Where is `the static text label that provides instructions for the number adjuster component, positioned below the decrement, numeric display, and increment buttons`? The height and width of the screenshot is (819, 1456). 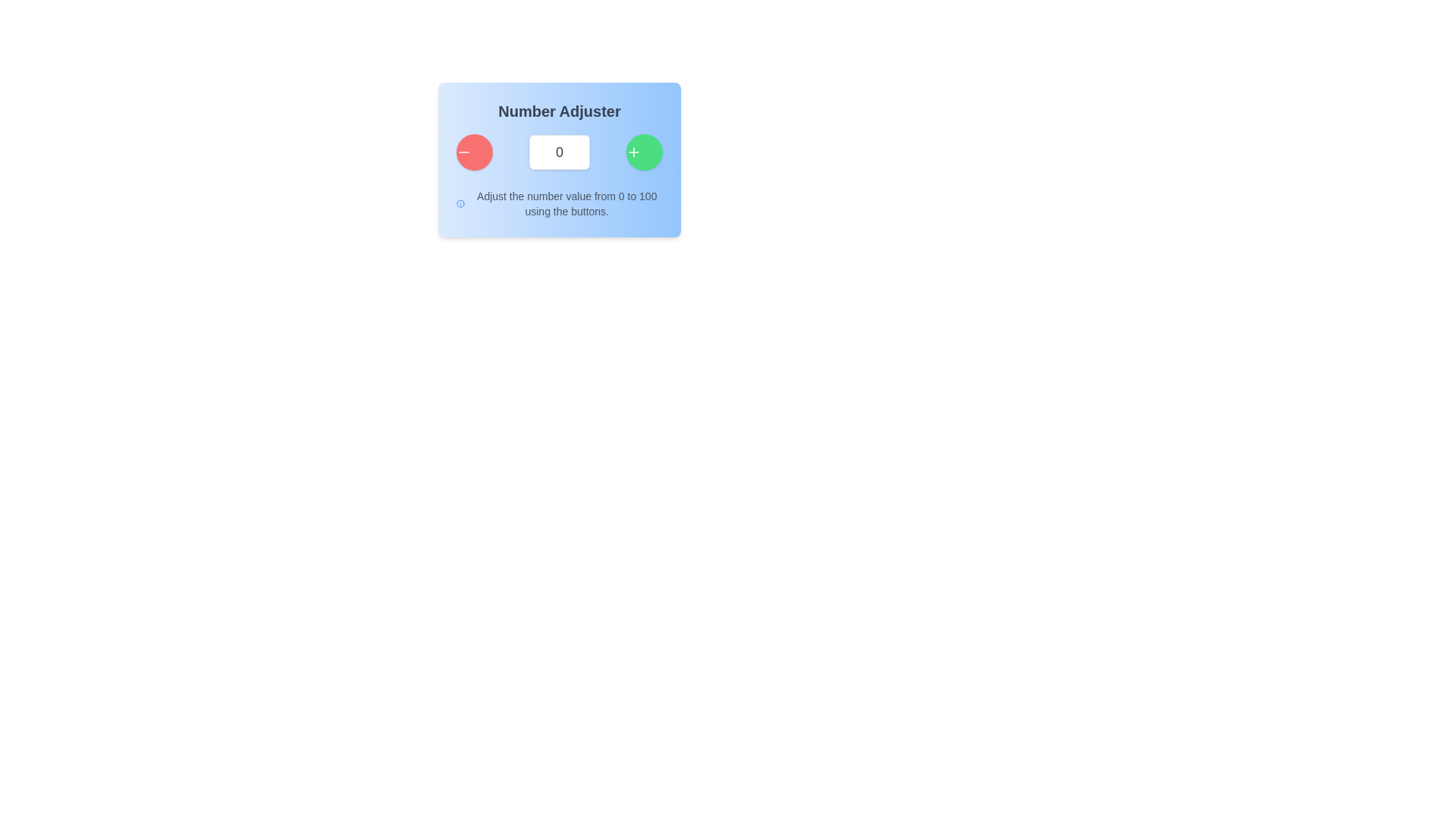
the static text label that provides instructions for the number adjuster component, positioned below the decrement, numeric display, and increment buttons is located at coordinates (566, 203).